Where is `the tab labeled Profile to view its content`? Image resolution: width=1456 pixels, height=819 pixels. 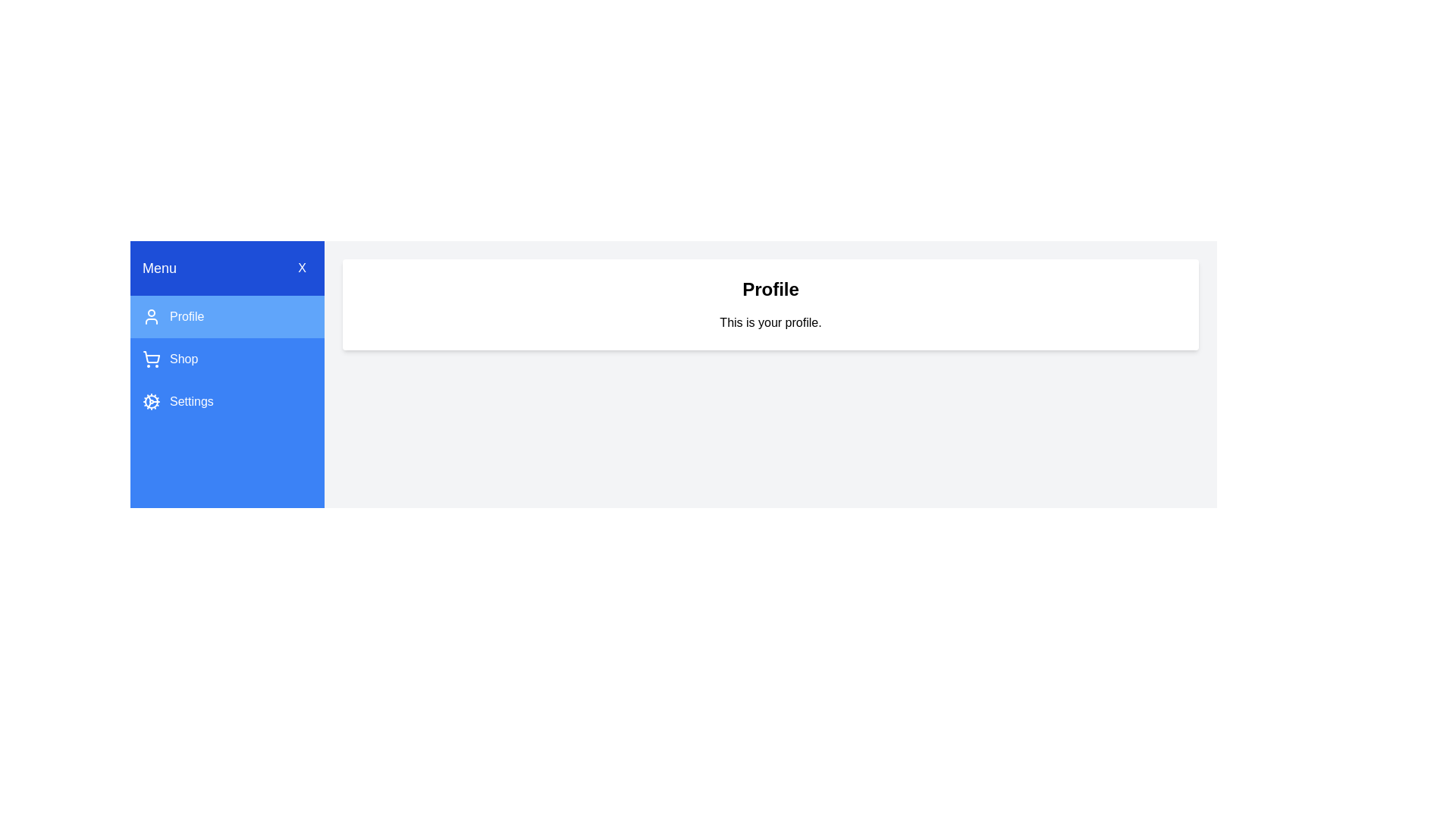 the tab labeled Profile to view its content is located at coordinates (226, 315).